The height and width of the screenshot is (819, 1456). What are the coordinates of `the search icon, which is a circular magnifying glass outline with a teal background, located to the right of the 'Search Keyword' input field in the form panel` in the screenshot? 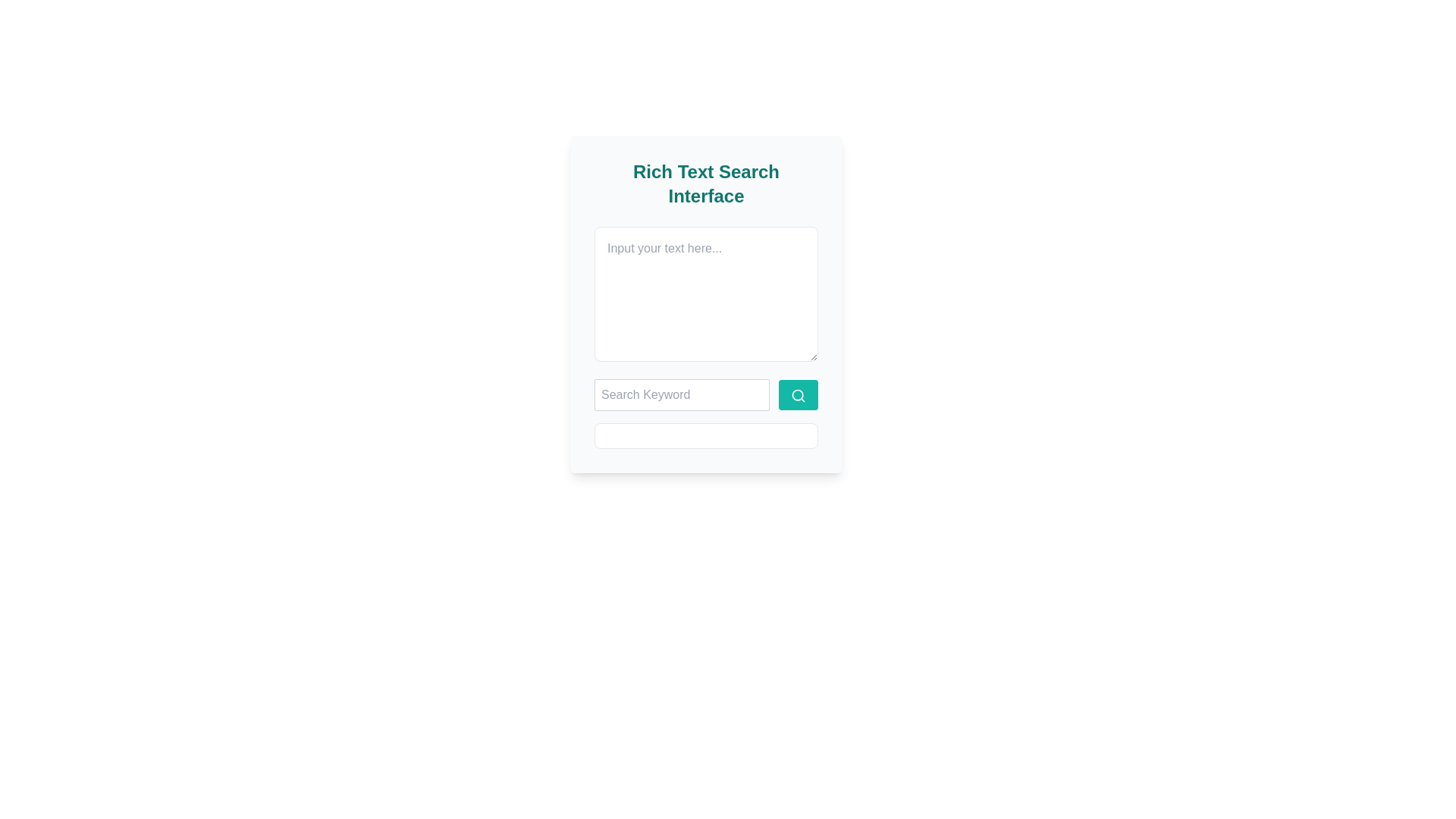 It's located at (797, 394).